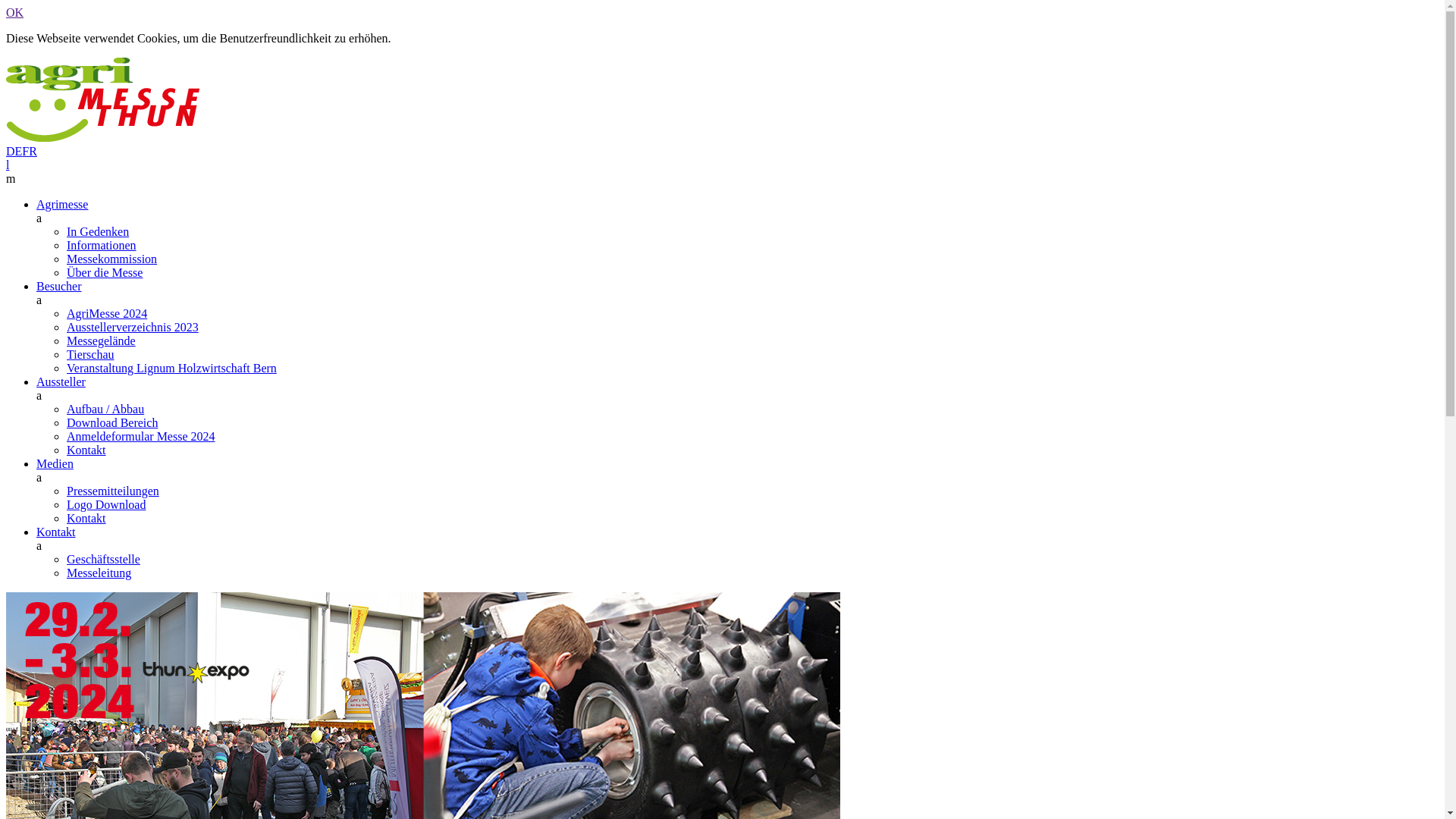 The width and height of the screenshot is (1456, 819). Describe the element at coordinates (97, 231) in the screenshot. I see `'In Gedenken'` at that location.